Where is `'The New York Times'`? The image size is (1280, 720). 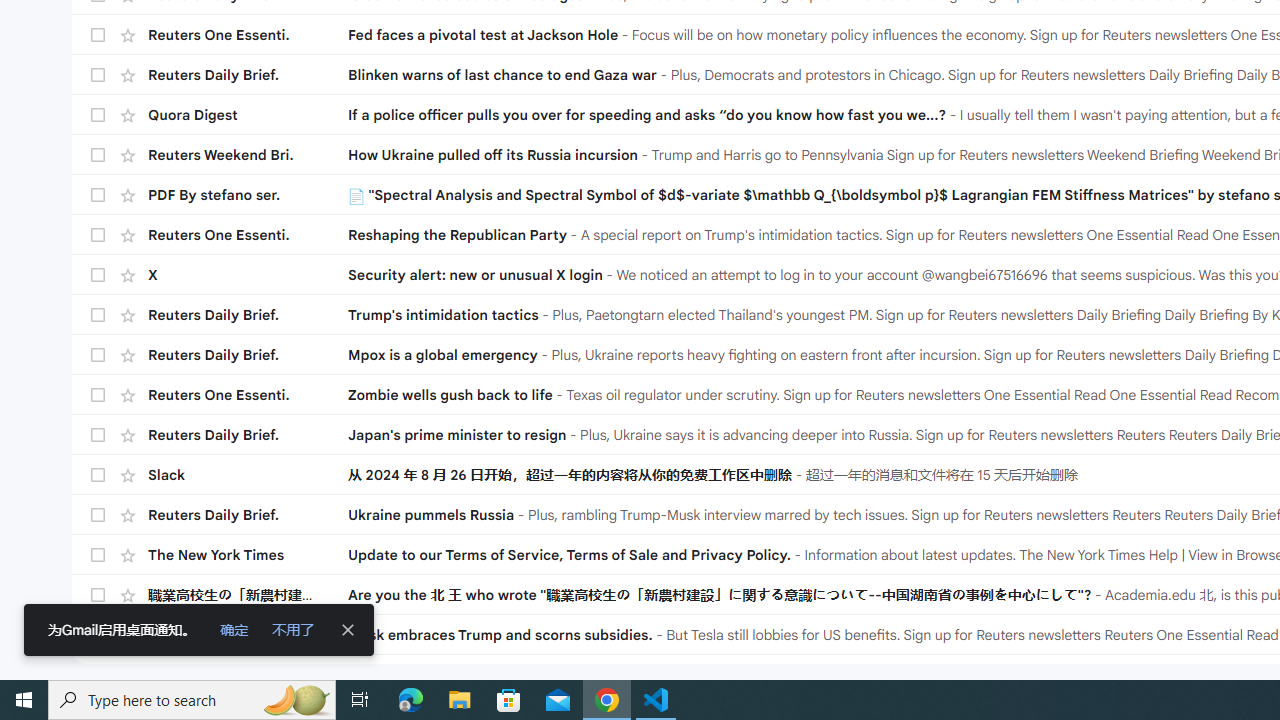 'The New York Times' is located at coordinates (247, 555).